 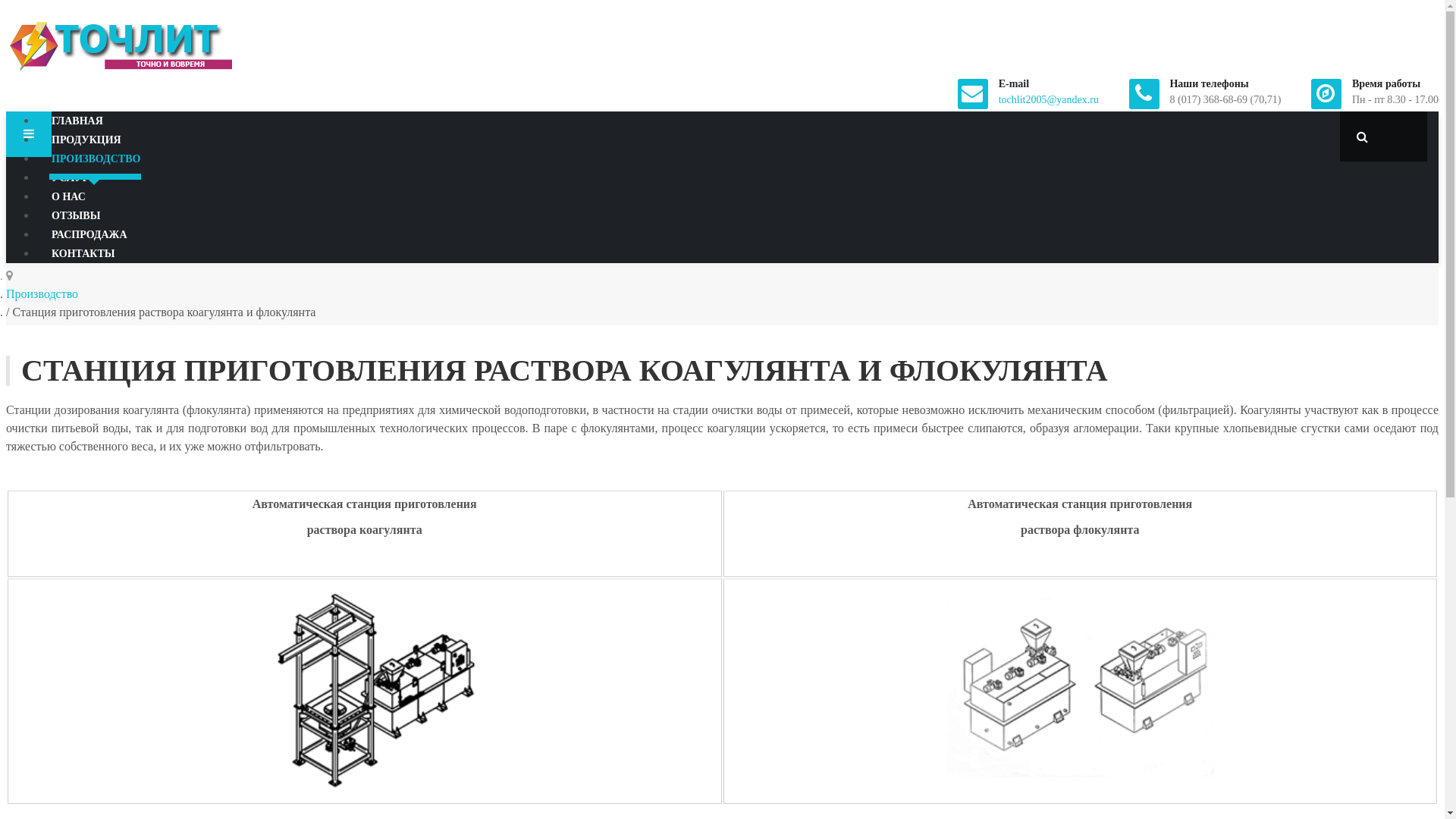 What do you see at coordinates (119, 45) in the screenshot?
I see `'Tochlit.by'` at bounding box center [119, 45].